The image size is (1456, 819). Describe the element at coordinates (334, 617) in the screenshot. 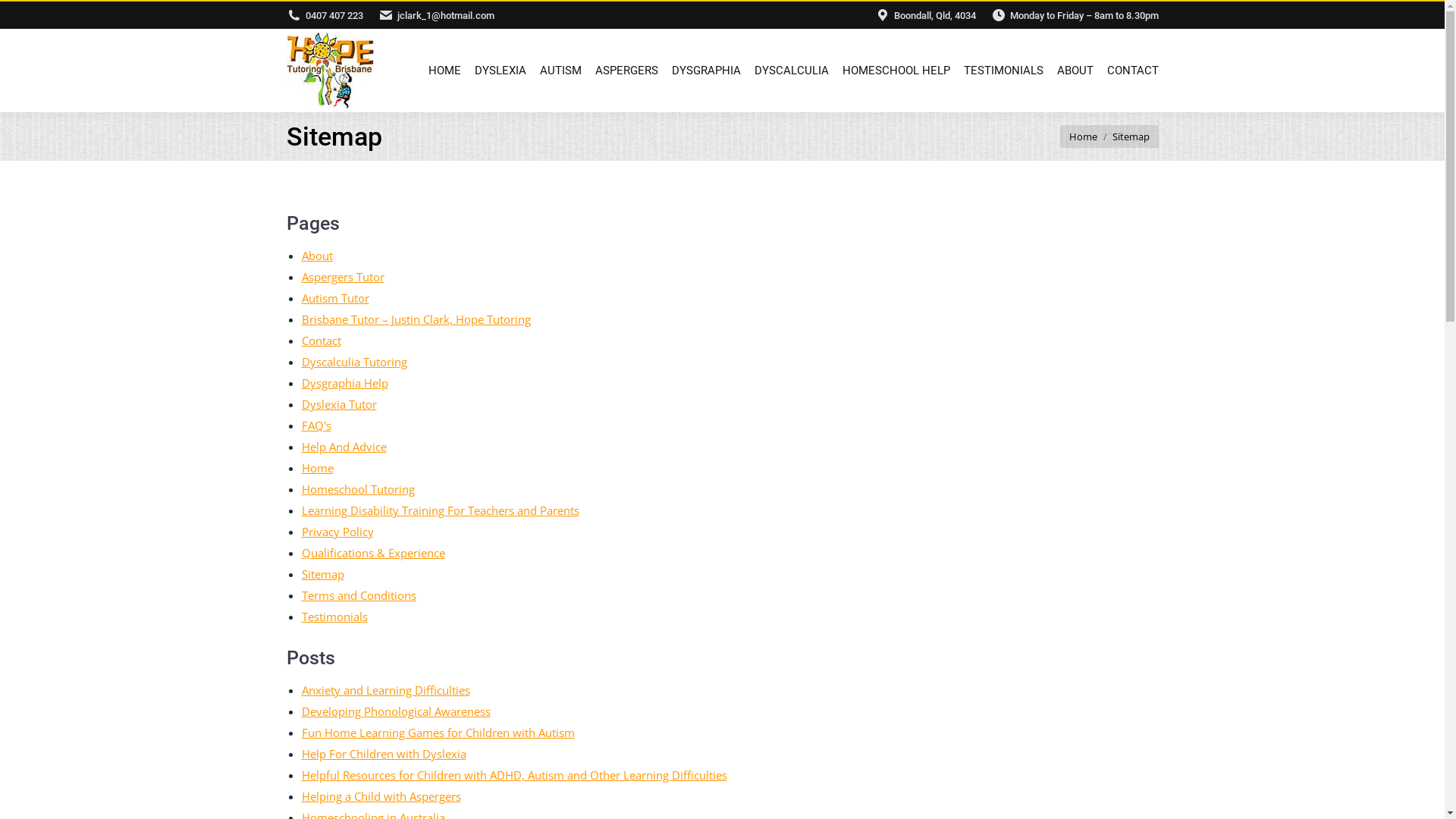

I see `'Testimonials'` at that location.